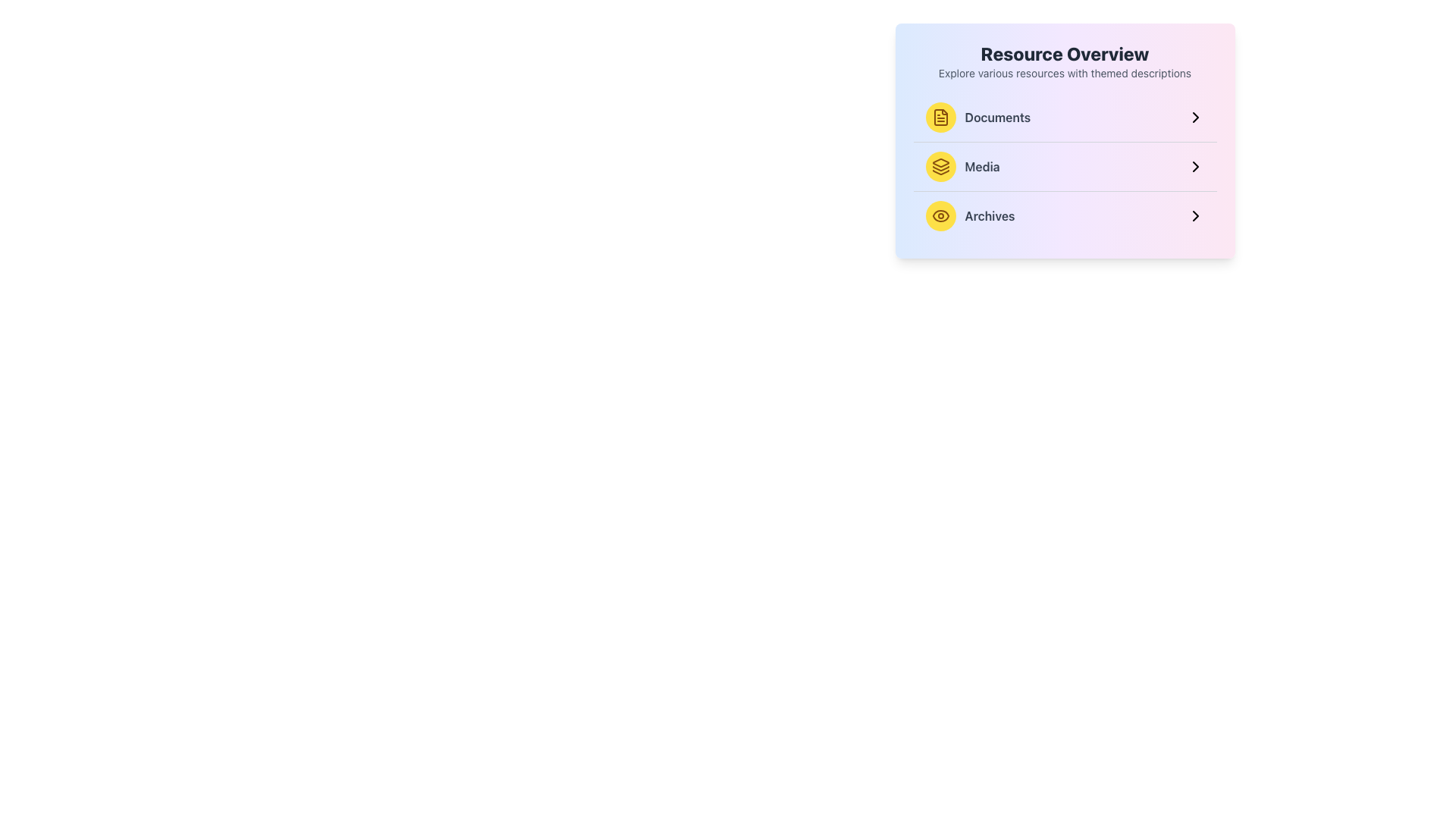 The image size is (1456, 819). Describe the element at coordinates (940, 216) in the screenshot. I see `the eye icon with a circular yellow background located next to the label 'Archives' in the 'Resource Overview' panel` at that location.